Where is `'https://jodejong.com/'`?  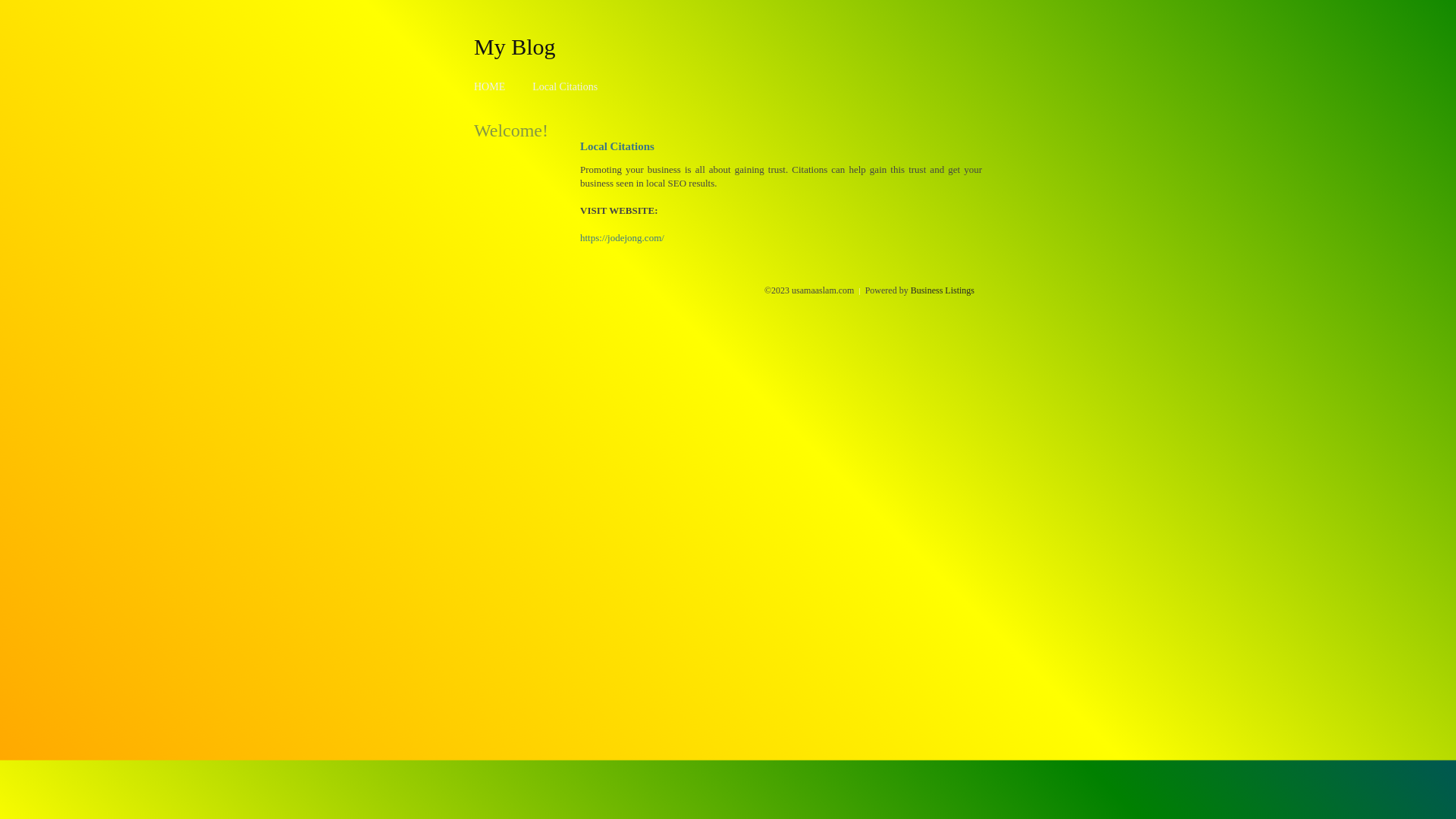
'https://jodejong.com/' is located at coordinates (622, 237).